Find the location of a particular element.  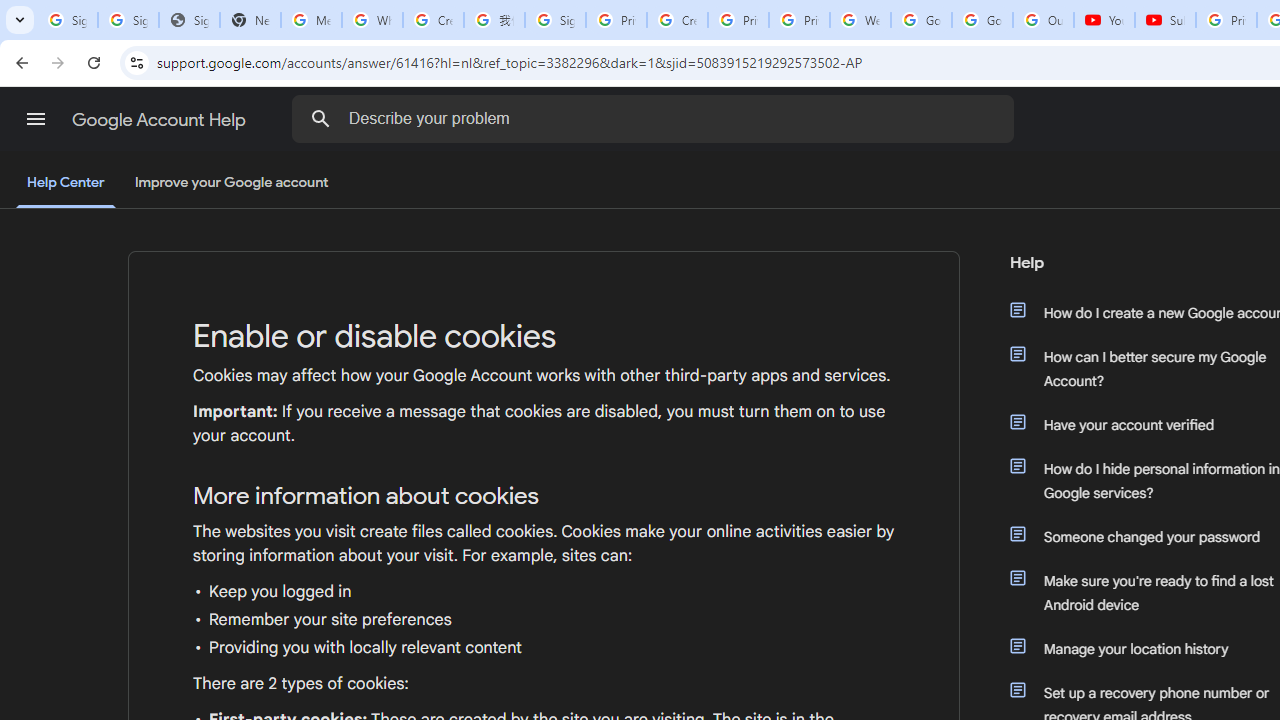

'New Tab' is located at coordinates (249, 20).